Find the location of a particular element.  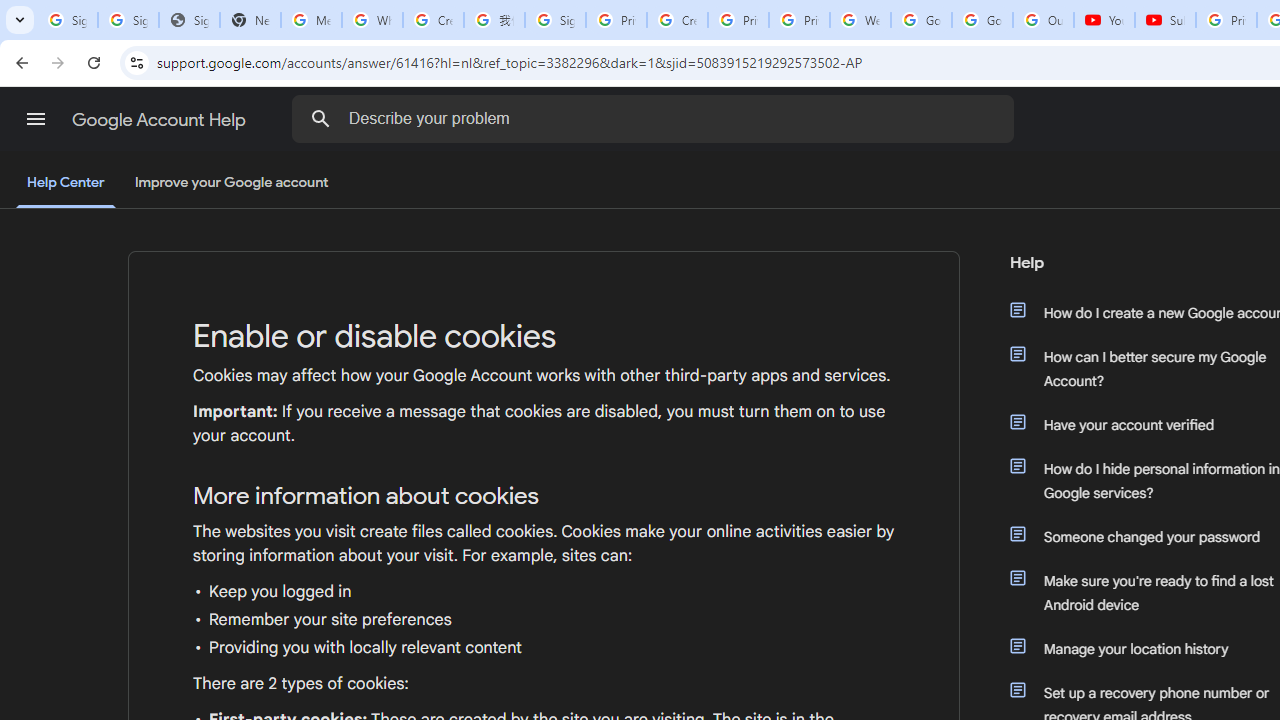

'New Tab' is located at coordinates (249, 20).